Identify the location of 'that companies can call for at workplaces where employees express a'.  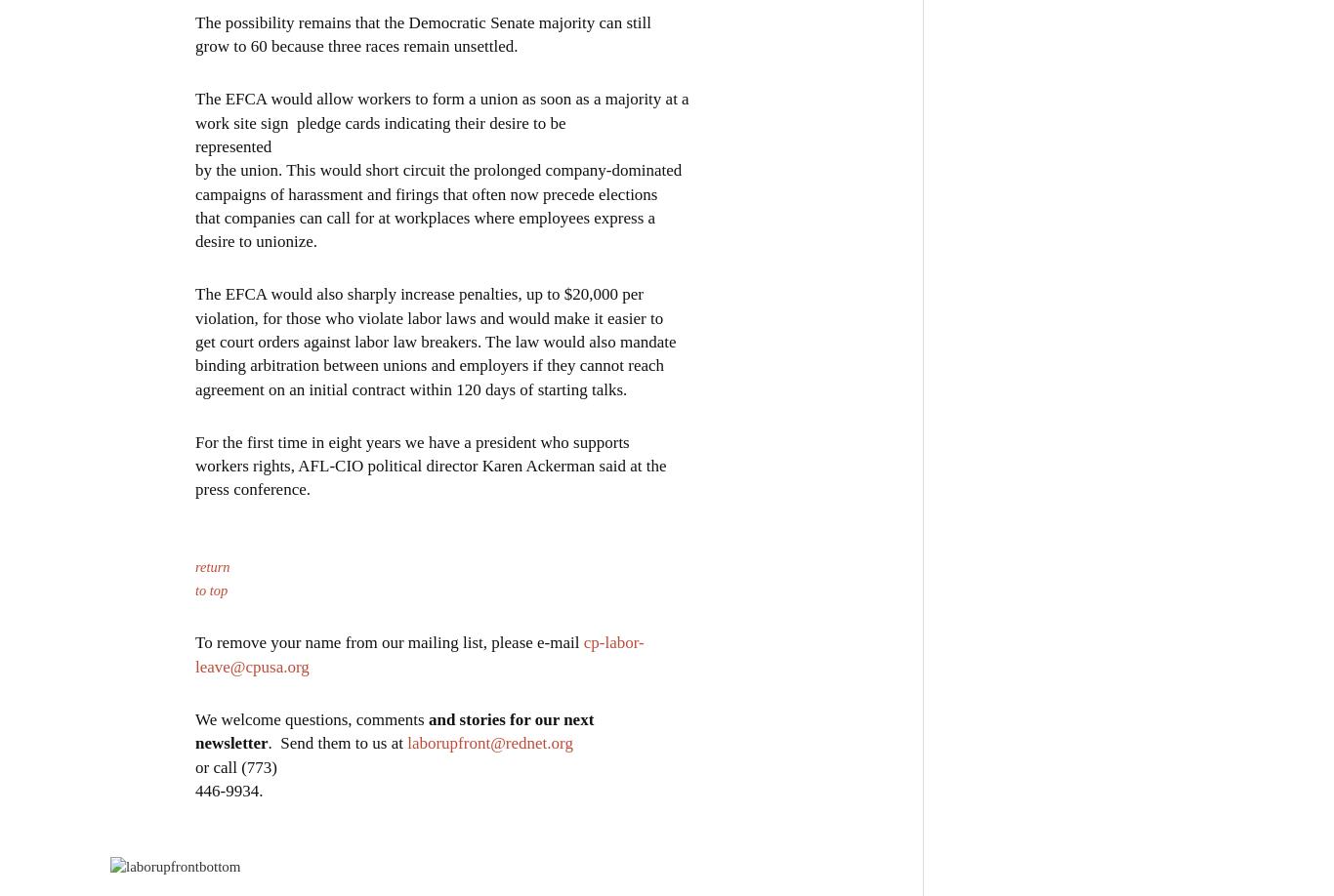
(424, 217).